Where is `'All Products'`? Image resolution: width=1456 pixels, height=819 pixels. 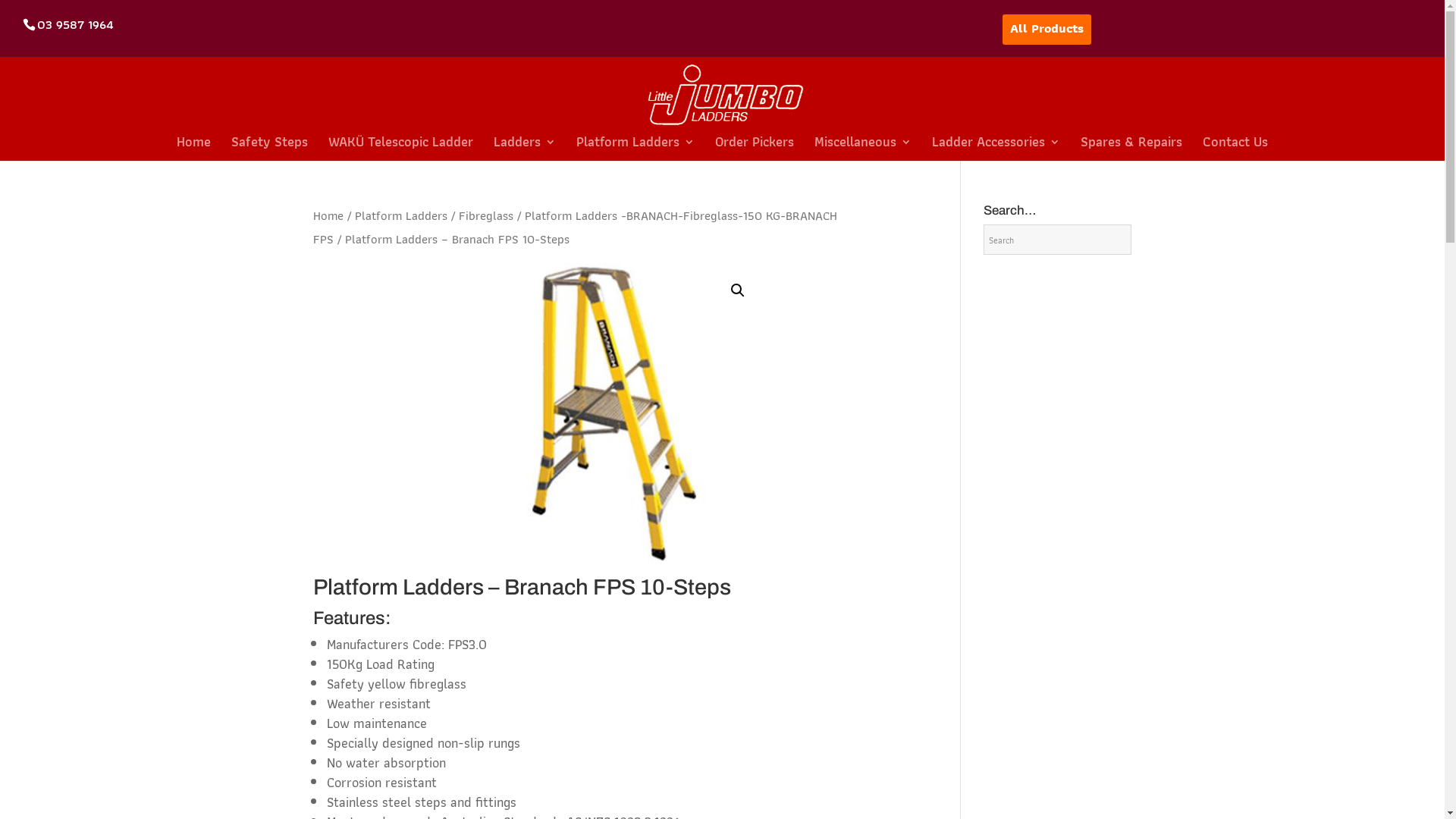 'All Products' is located at coordinates (1002, 29).